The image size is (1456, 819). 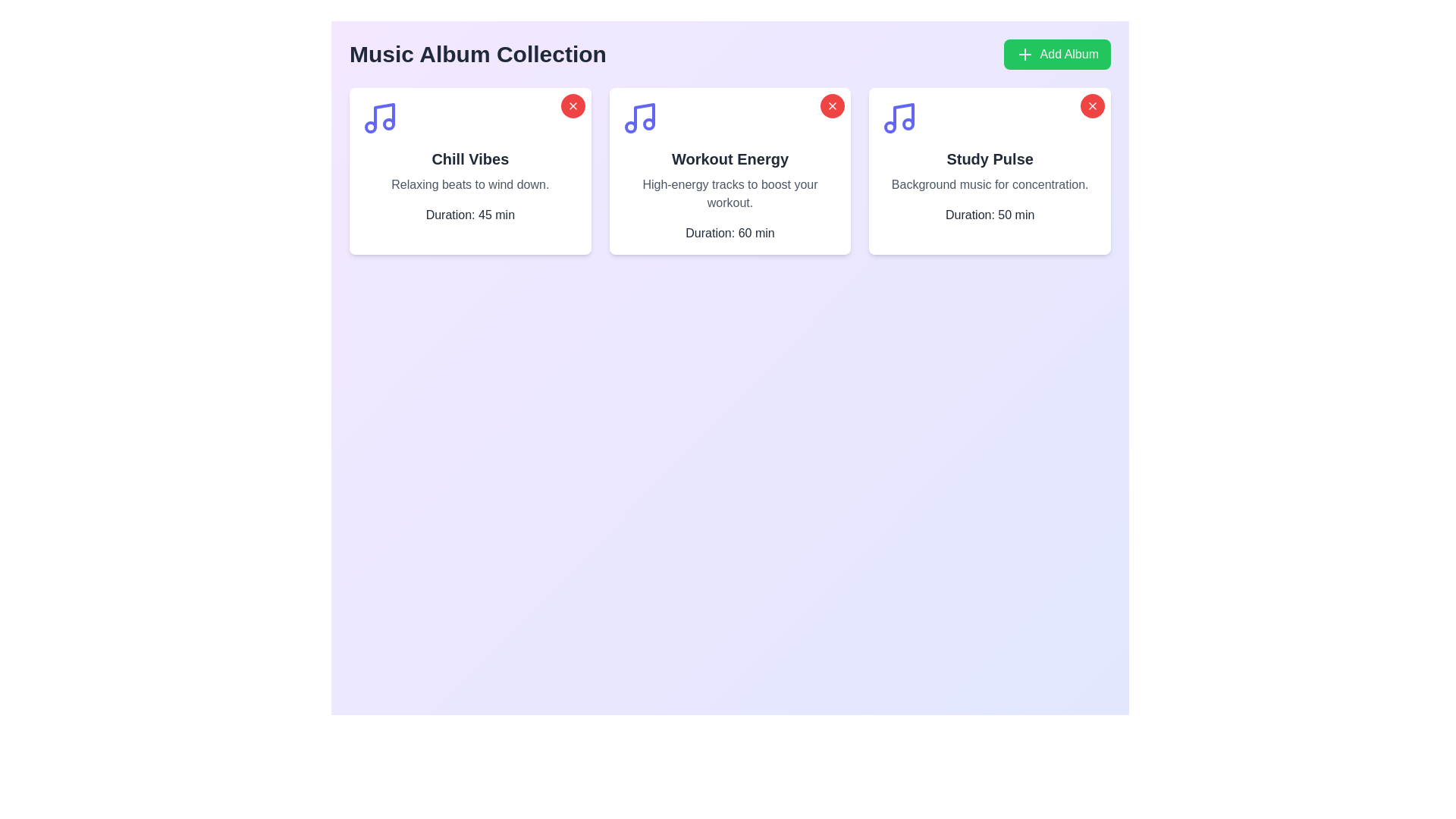 I want to click on the decorative SVG circle located at the lower-left corner of the musical note icon on the 'Study Pulse' card, so click(x=890, y=127).